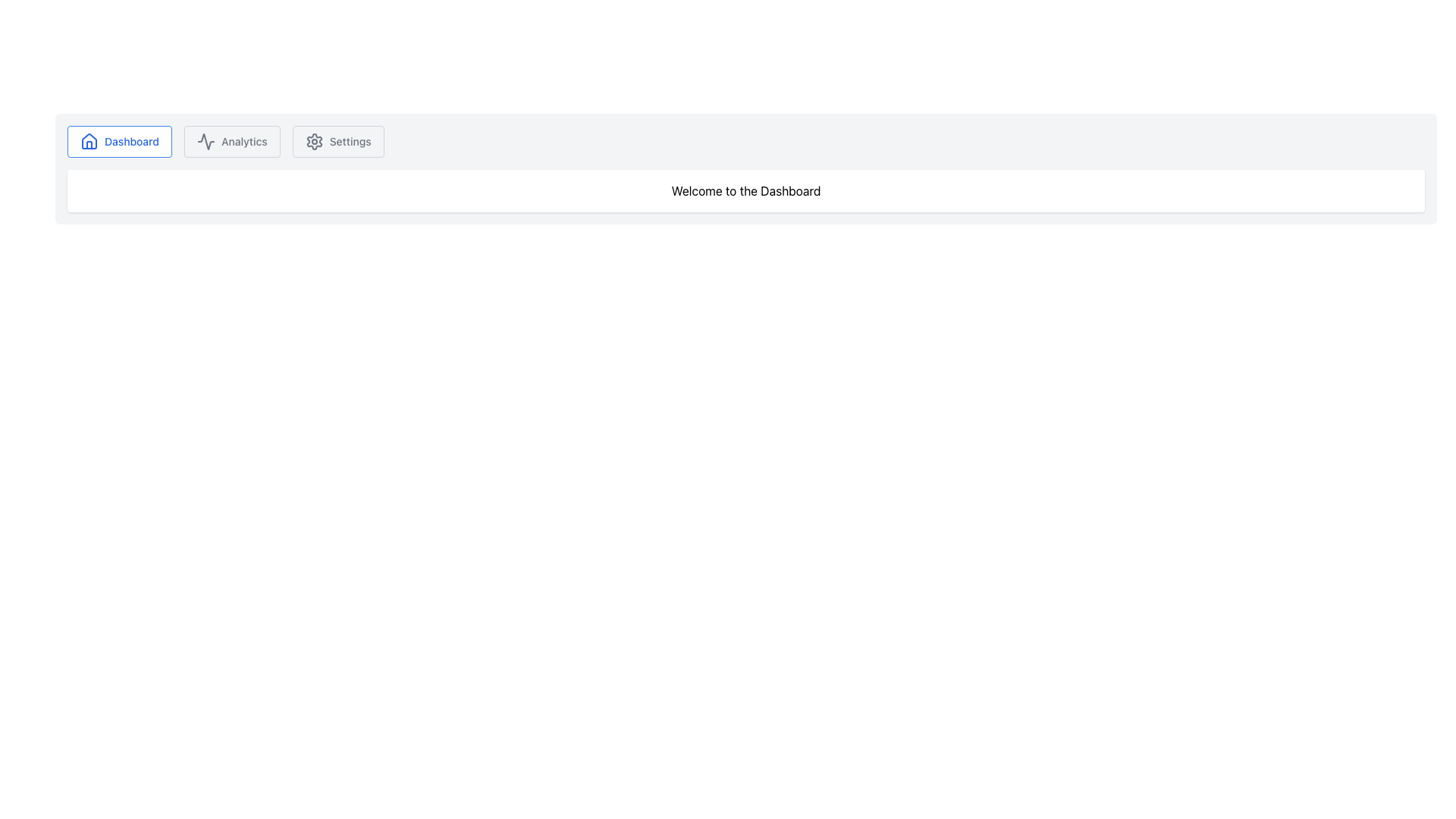 This screenshot has width=1456, height=819. I want to click on the 'Analytics' button, which is the second button in a row of three buttons at the top-left area of the interface, so click(231, 141).